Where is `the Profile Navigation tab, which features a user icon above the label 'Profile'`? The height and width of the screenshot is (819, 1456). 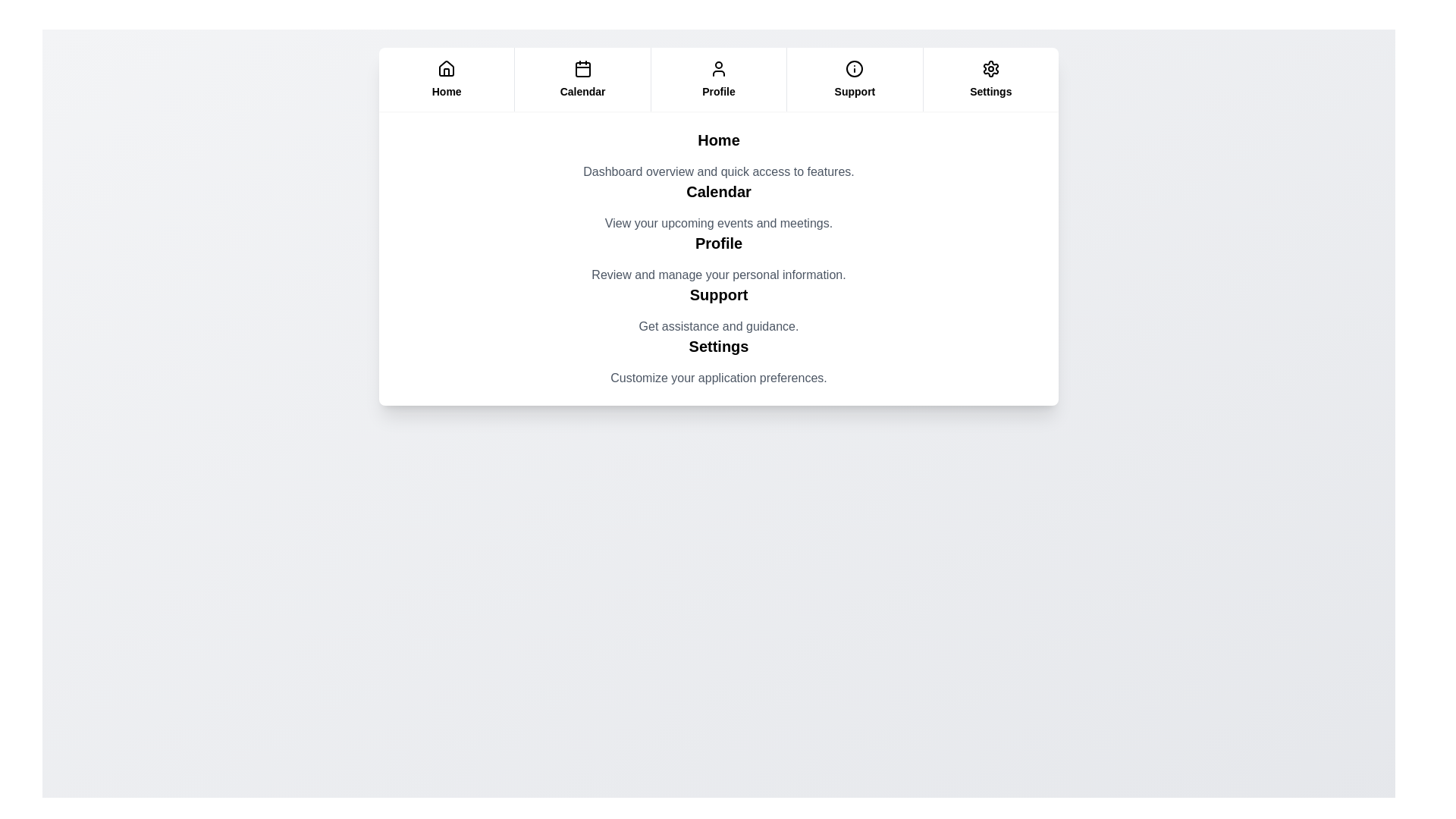 the Profile Navigation tab, which features a user icon above the label 'Profile' is located at coordinates (717, 79).